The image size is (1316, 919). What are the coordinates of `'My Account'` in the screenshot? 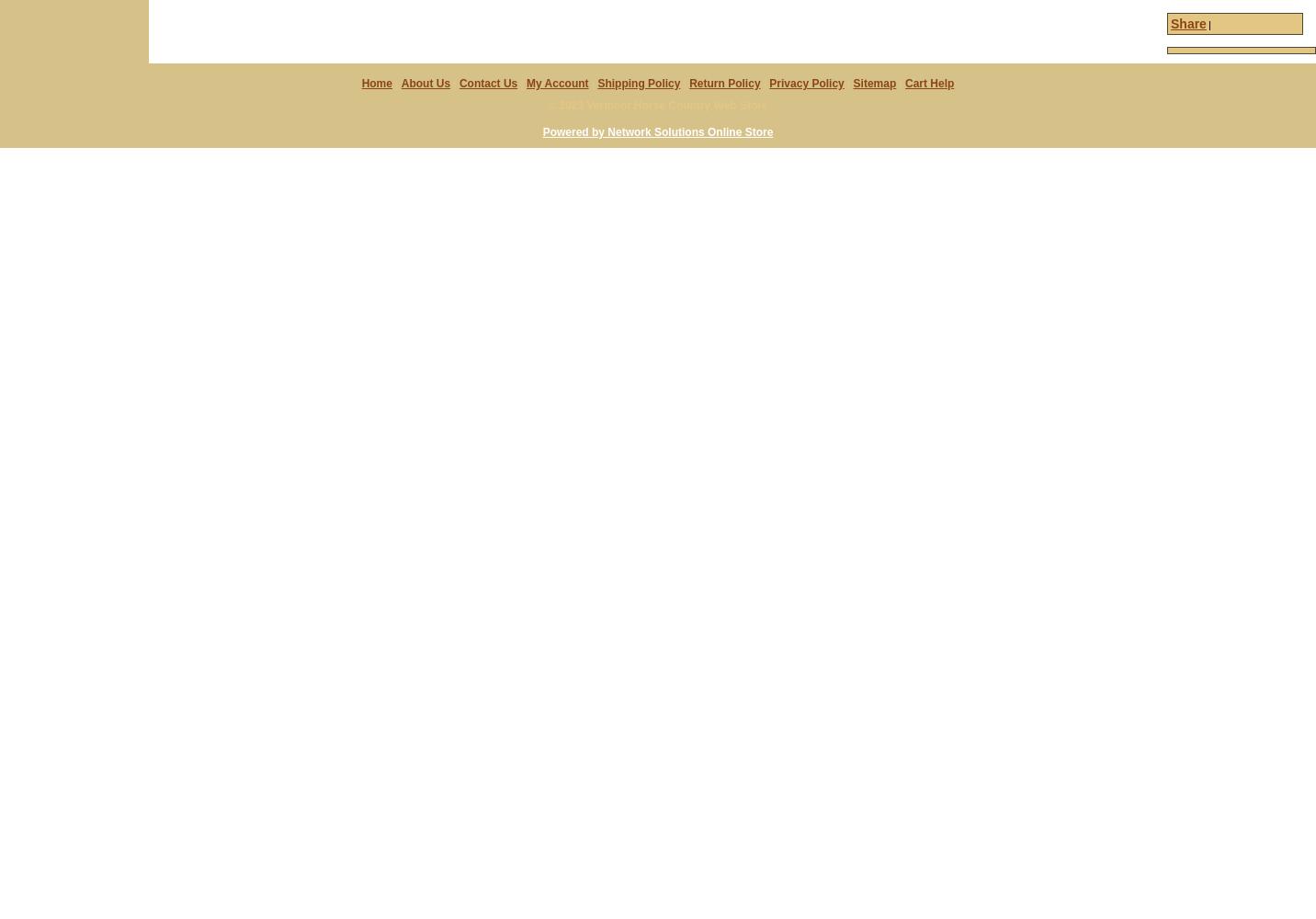 It's located at (557, 82).